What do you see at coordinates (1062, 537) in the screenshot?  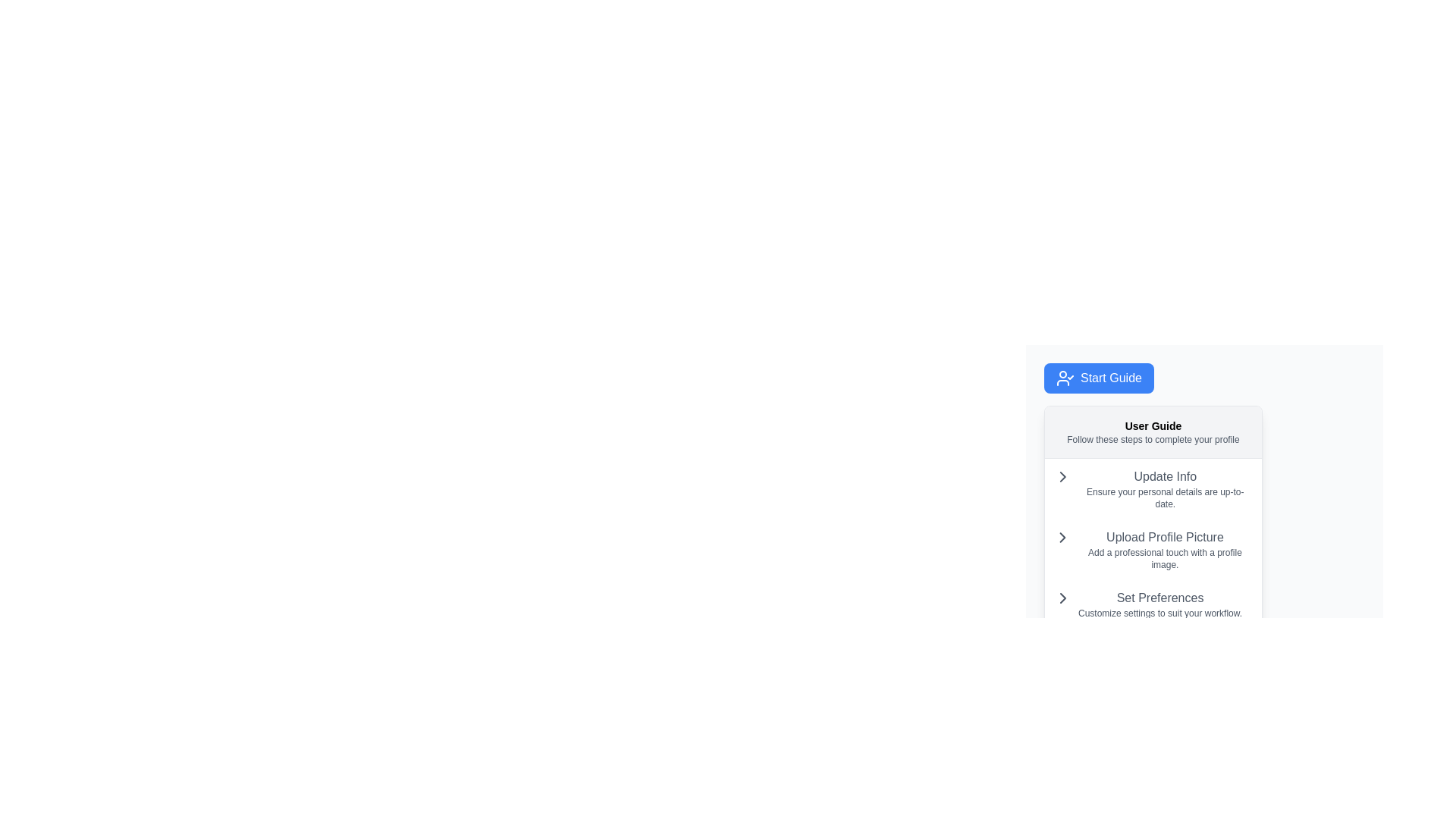 I see `the rightward-pointing chevron icon next to the 'Upload Profile Picture' text field within the User Guide card interface` at bounding box center [1062, 537].